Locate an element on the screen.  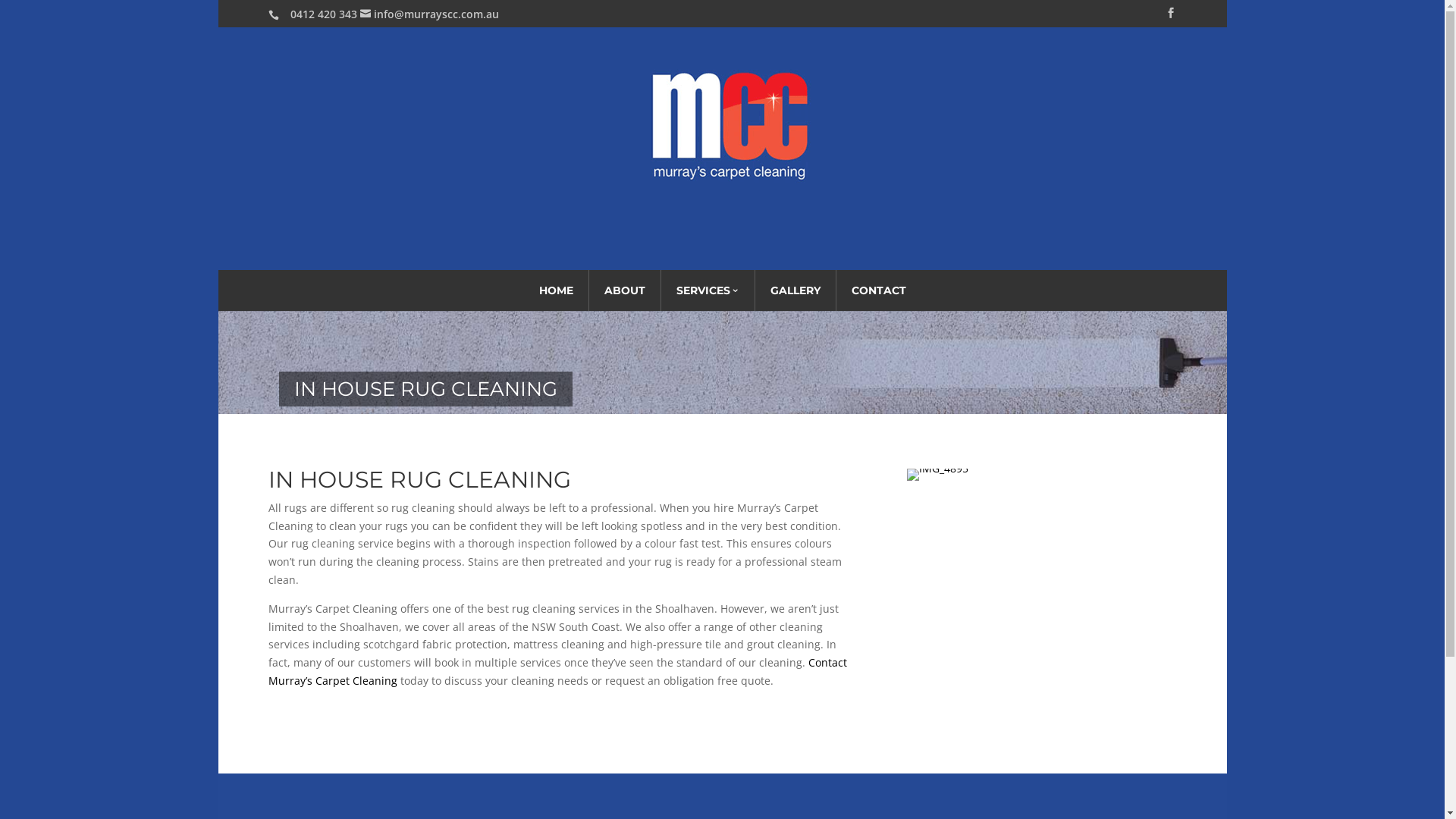
'ABOUT' is located at coordinates (623, 290).